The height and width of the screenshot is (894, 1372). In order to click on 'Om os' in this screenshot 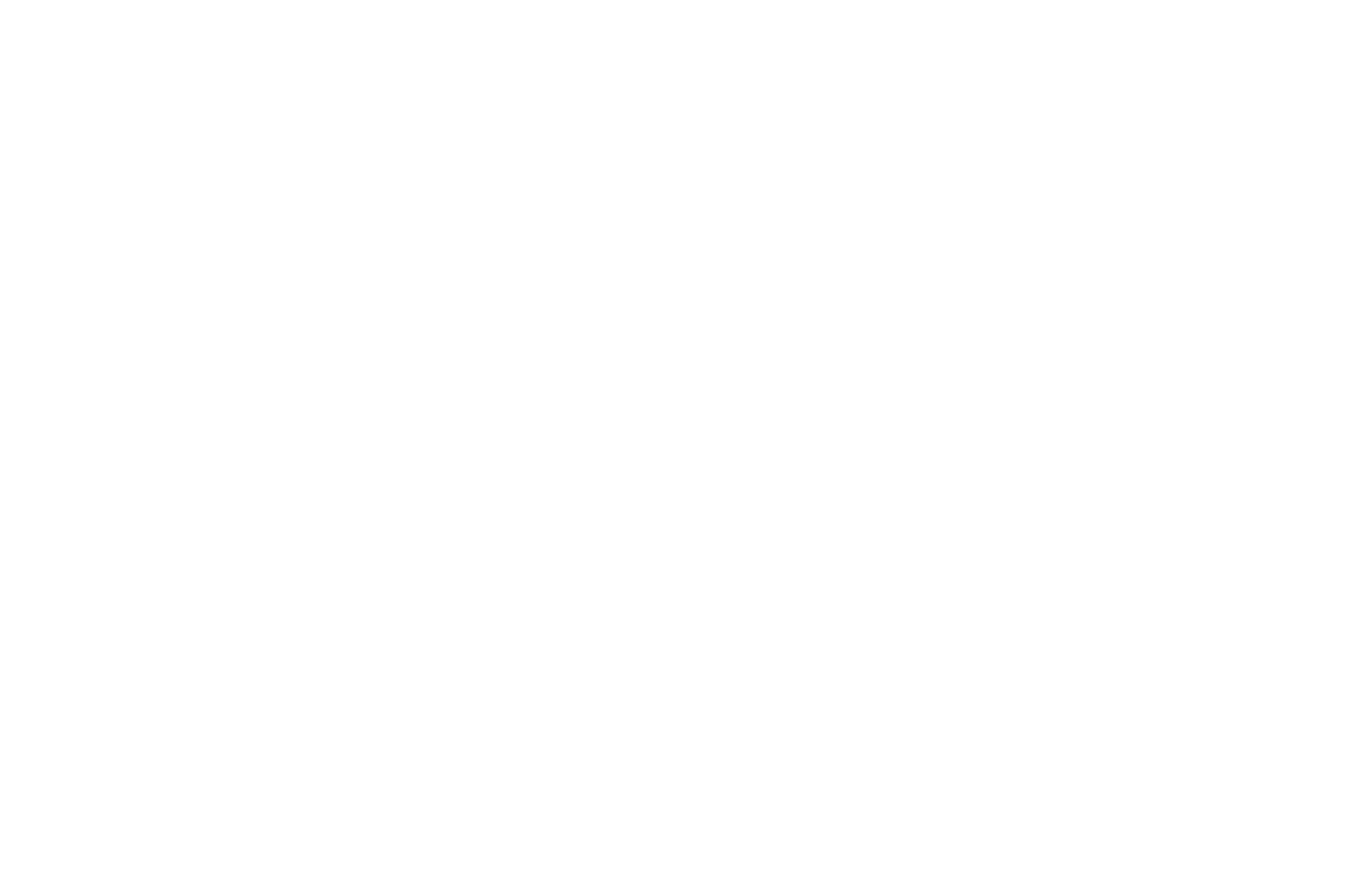, I will do `click(169, 421)`.